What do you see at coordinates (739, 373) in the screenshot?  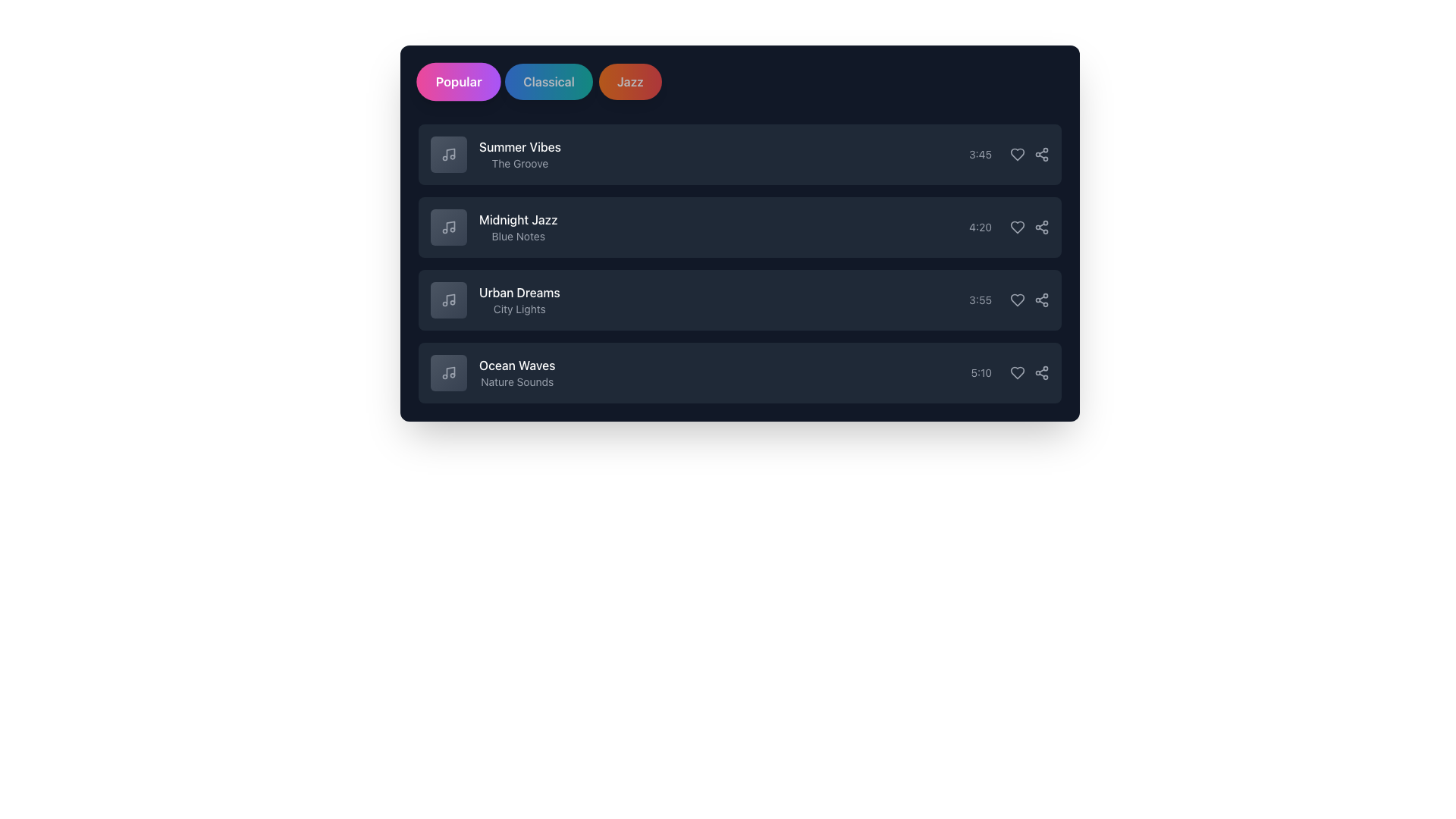 I see `the fourth list item containing multimedia information about a music track, which includes its title, category, and duration to activate an action` at bounding box center [739, 373].